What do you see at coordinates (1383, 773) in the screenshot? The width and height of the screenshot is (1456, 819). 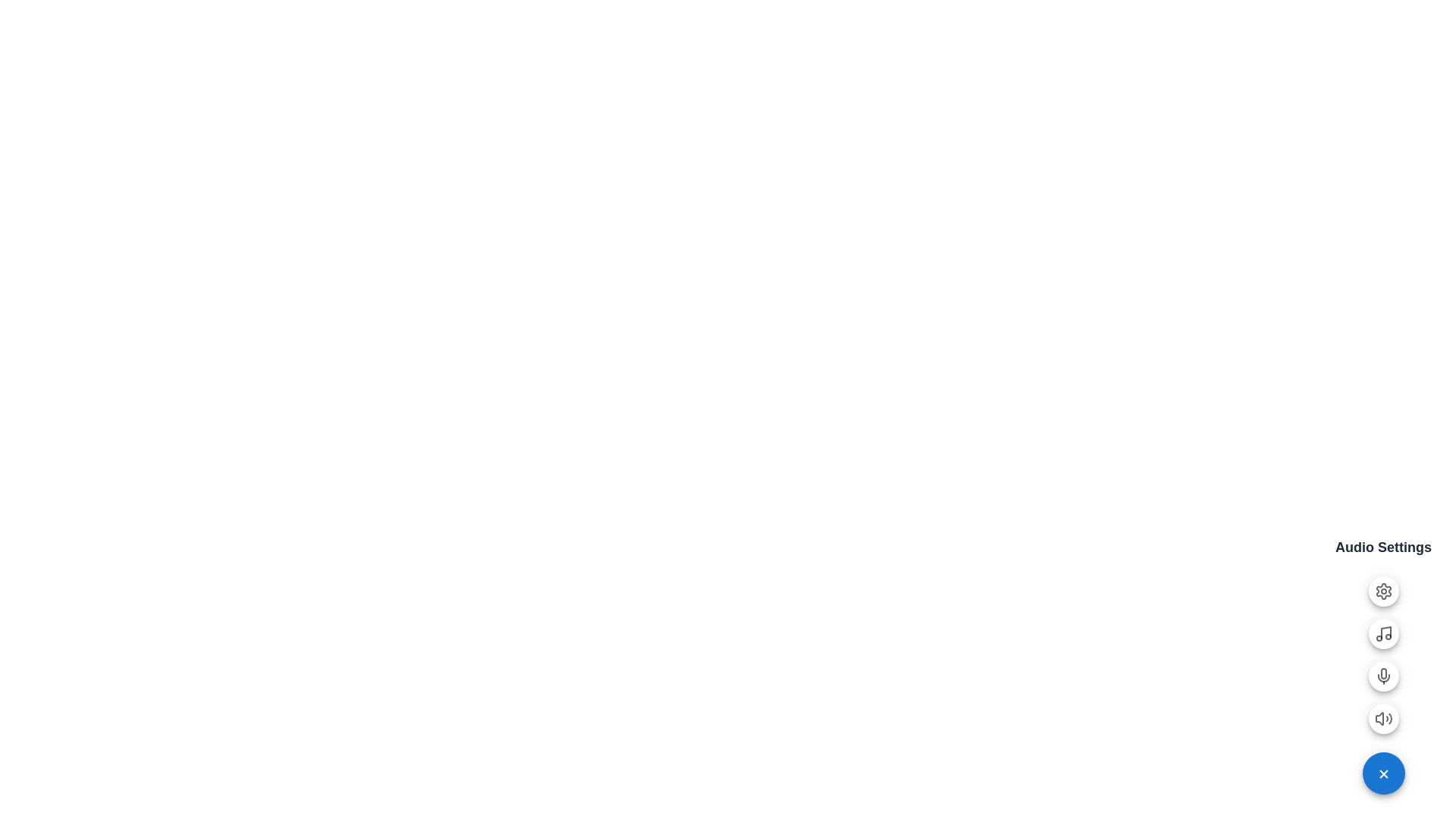 I see `the circular icon button with a blue background and a white cross symbol, located at the bottom of the vertical stack in the 'Audio Settings' section` at bounding box center [1383, 773].